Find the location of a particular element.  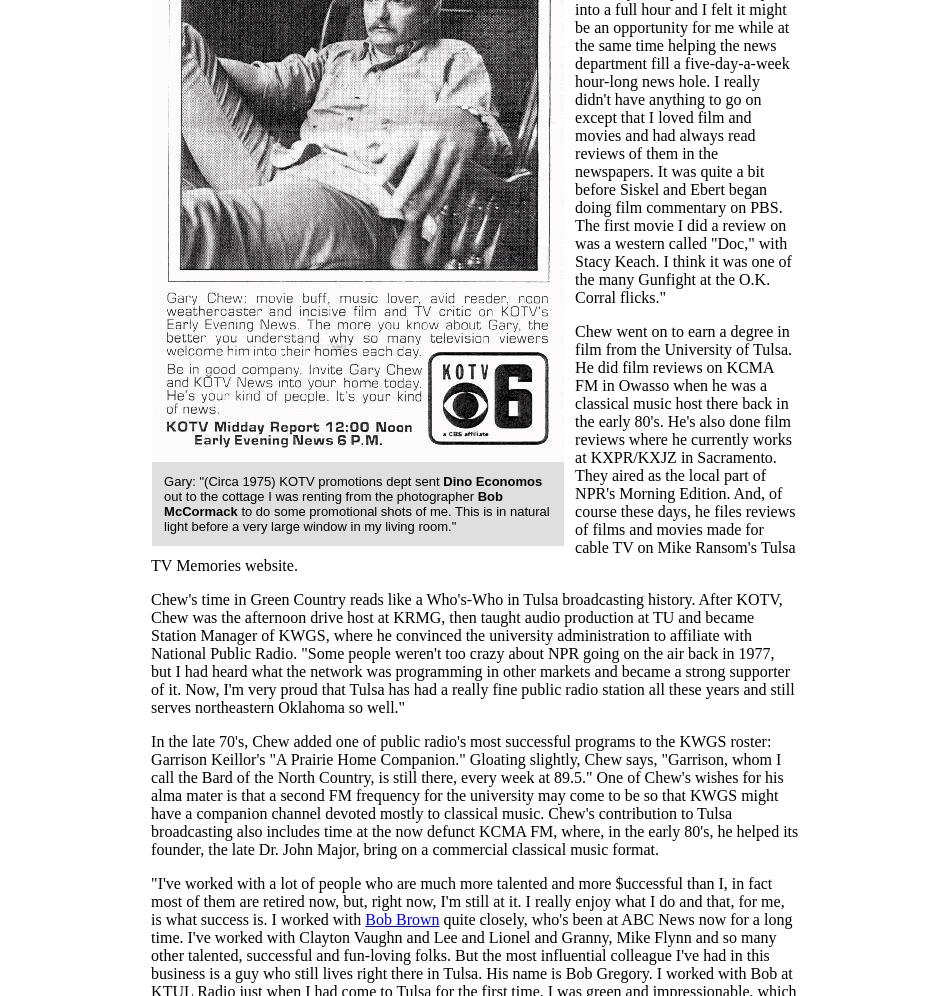

'"I've worked with a lot of people who are much more talented and more $uccessful
	than I, in fact most of them are retired now, but, right now, I'm still at
	it. I really enjoy what I do and that, for me, is what success is. I worked
	with' is located at coordinates (466, 900).